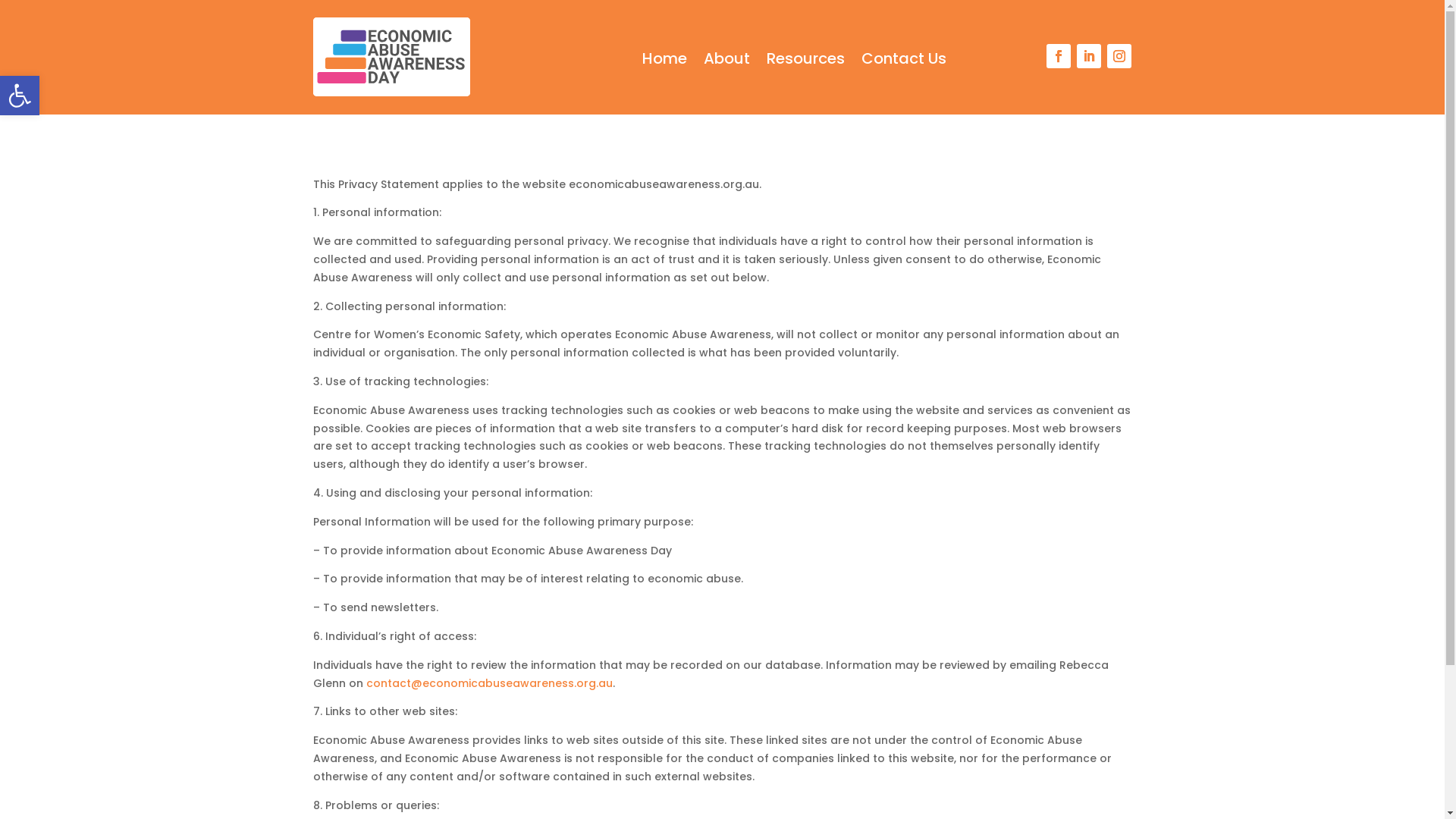 The width and height of the screenshot is (1456, 819). What do you see at coordinates (1106, 55) in the screenshot?
I see `'Follow on Instagram'` at bounding box center [1106, 55].